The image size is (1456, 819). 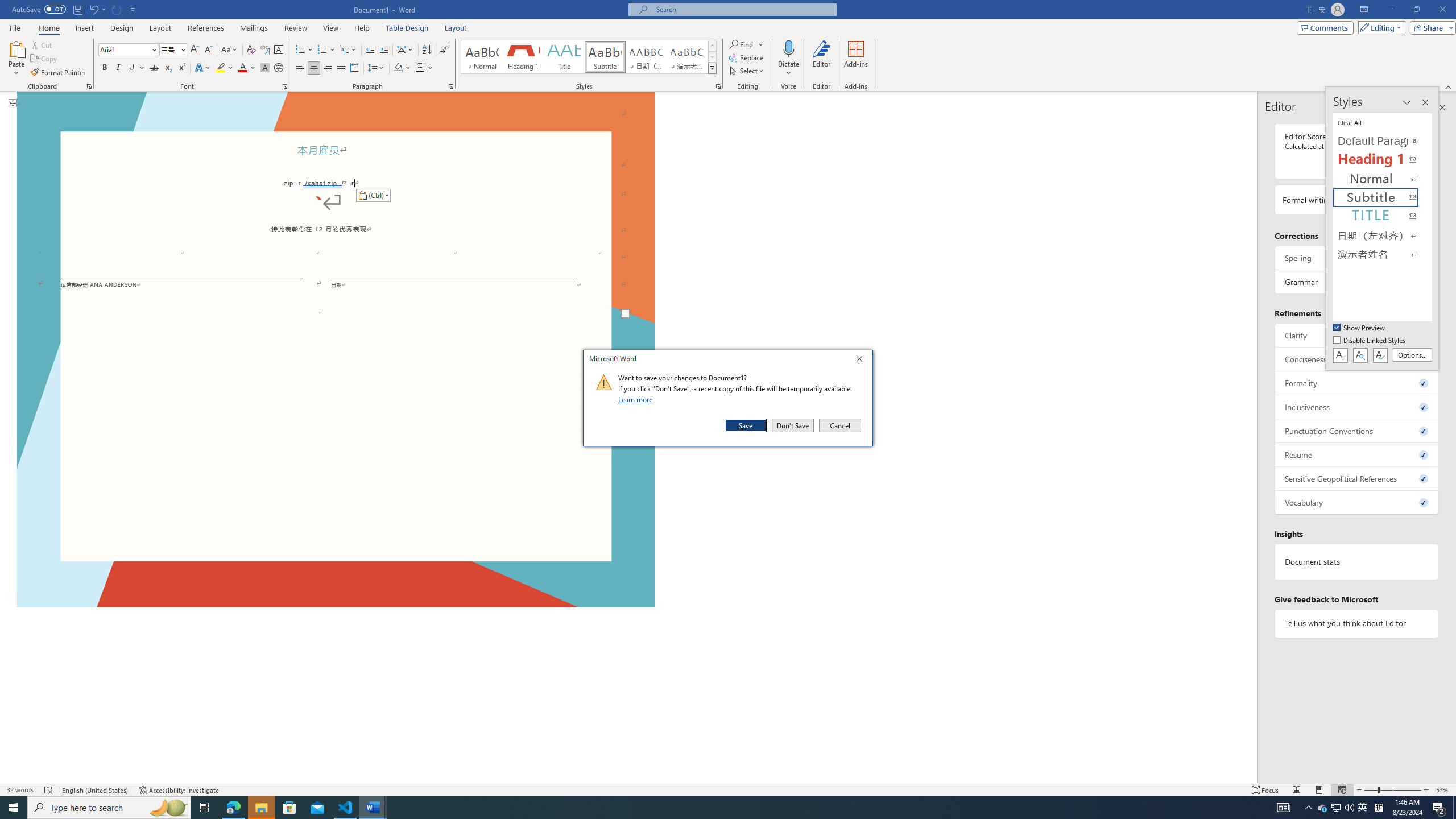 What do you see at coordinates (1379, 27) in the screenshot?
I see `'Editing'` at bounding box center [1379, 27].